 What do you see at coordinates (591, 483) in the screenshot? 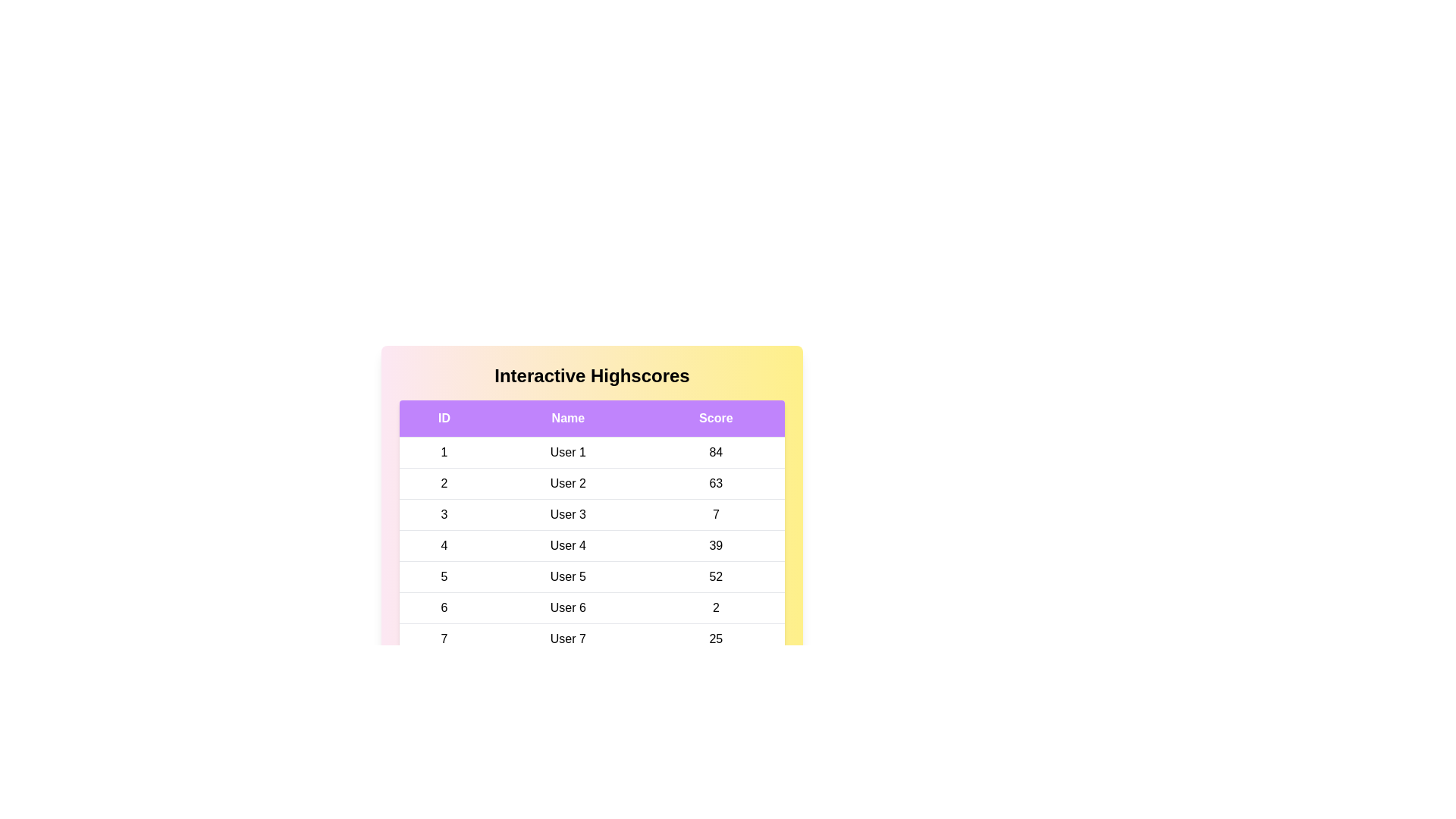
I see `the row corresponding to 2` at bounding box center [591, 483].